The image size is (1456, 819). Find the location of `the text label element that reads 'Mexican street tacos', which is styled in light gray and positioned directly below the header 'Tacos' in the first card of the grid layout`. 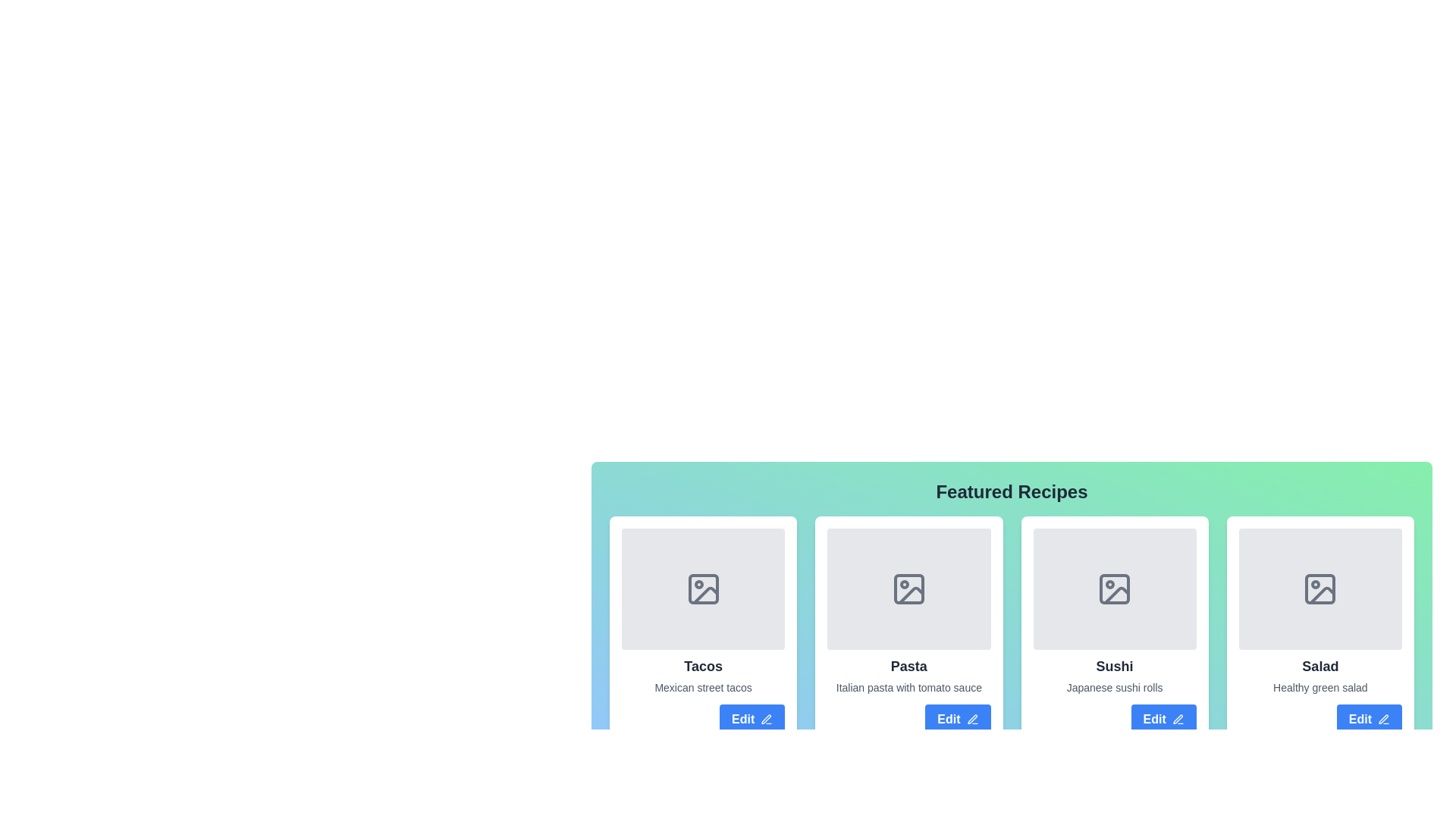

the text label element that reads 'Mexican street tacos', which is styled in light gray and positioned directly below the header 'Tacos' in the first card of the grid layout is located at coordinates (702, 687).